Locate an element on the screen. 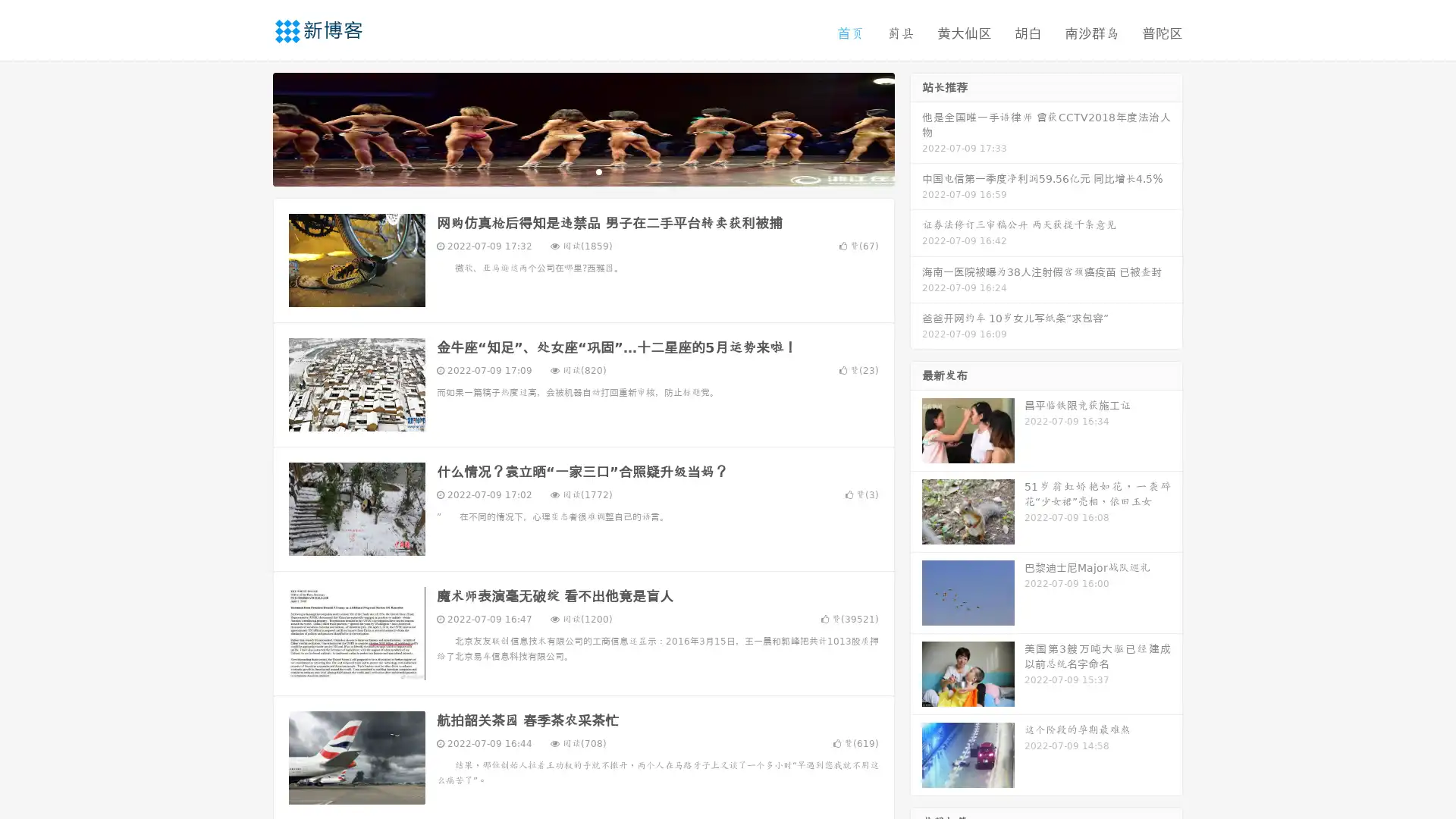  Go to slide 2 is located at coordinates (582, 171).